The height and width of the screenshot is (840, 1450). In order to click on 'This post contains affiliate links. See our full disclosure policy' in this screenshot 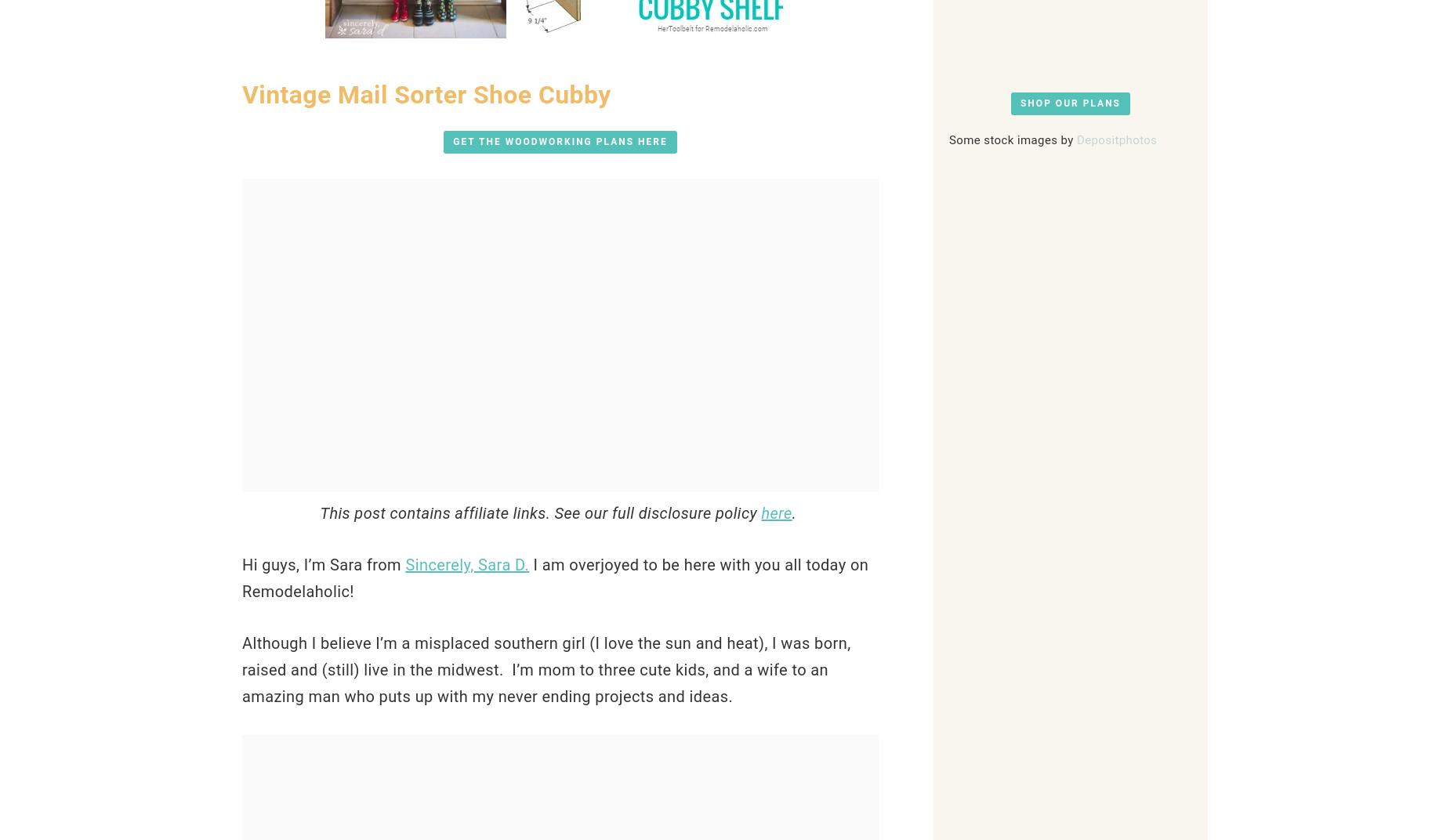, I will do `click(540, 512)`.